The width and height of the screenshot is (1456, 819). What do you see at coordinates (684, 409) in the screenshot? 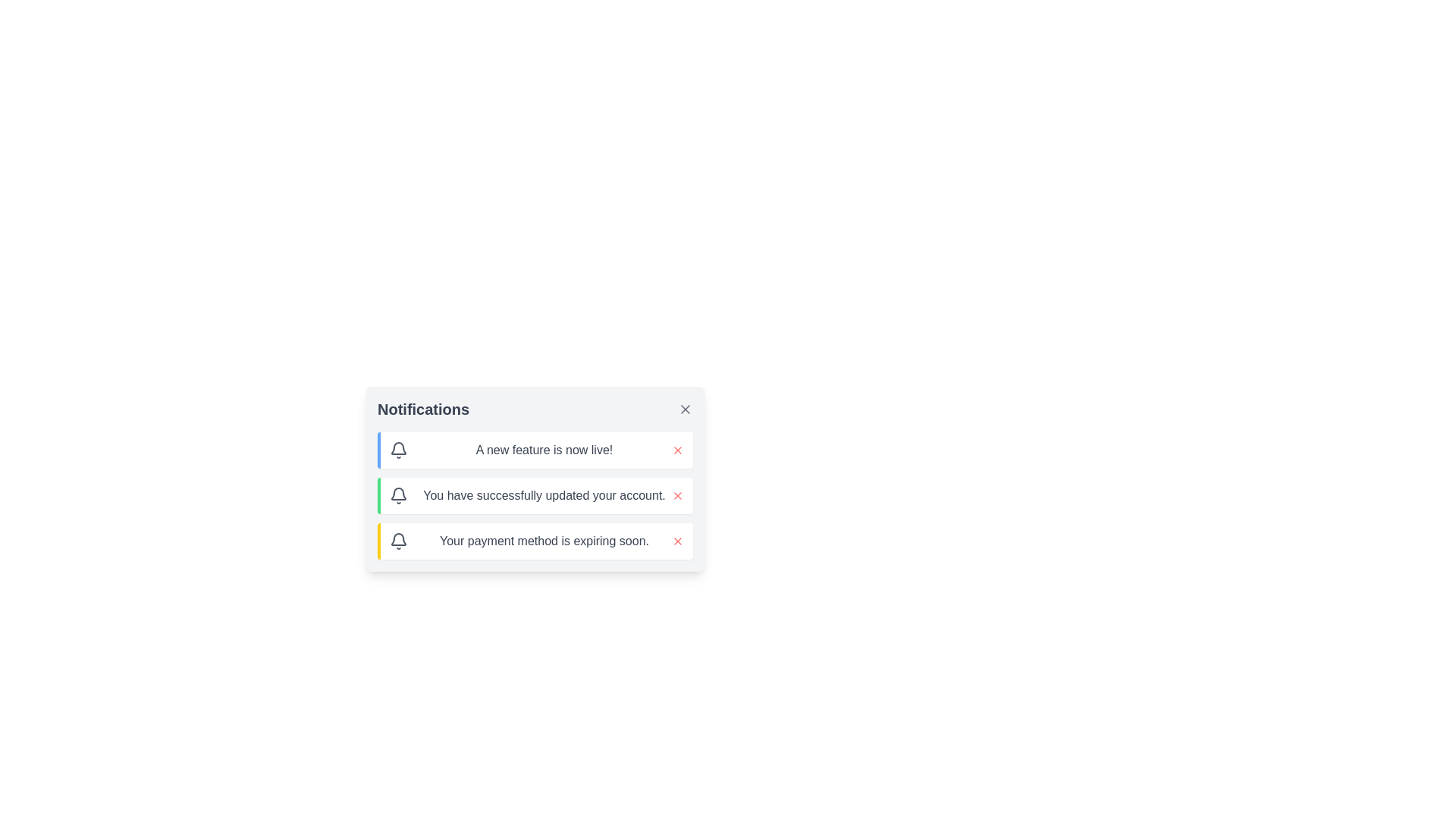
I see `the small X-shaped icon, styled with a thin stroke, located on the far right of the top notification box in the list` at bounding box center [684, 409].